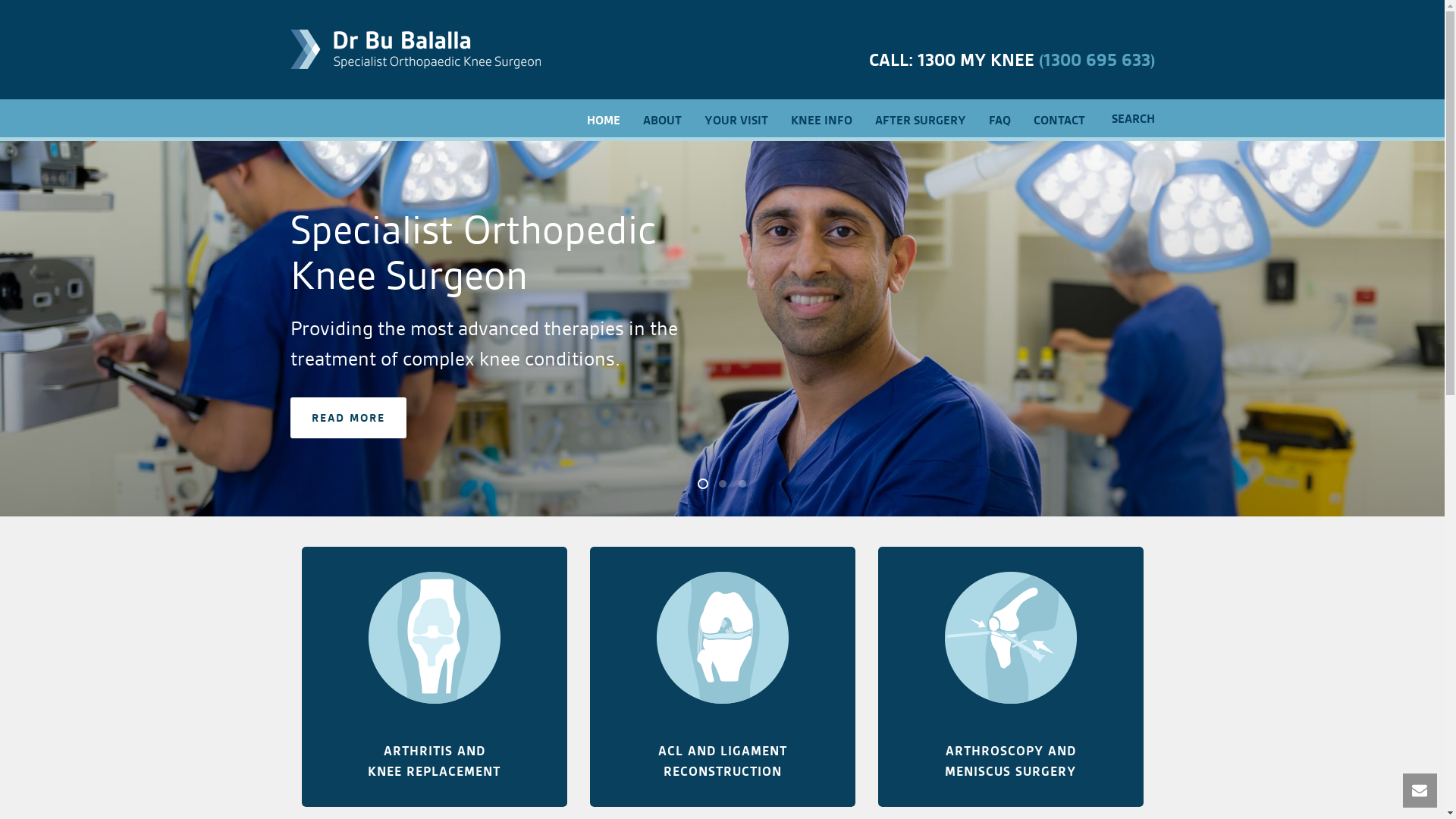 This screenshot has width=1456, height=819. Describe the element at coordinates (736, 118) in the screenshot. I see `'YOUR VISIT'` at that location.